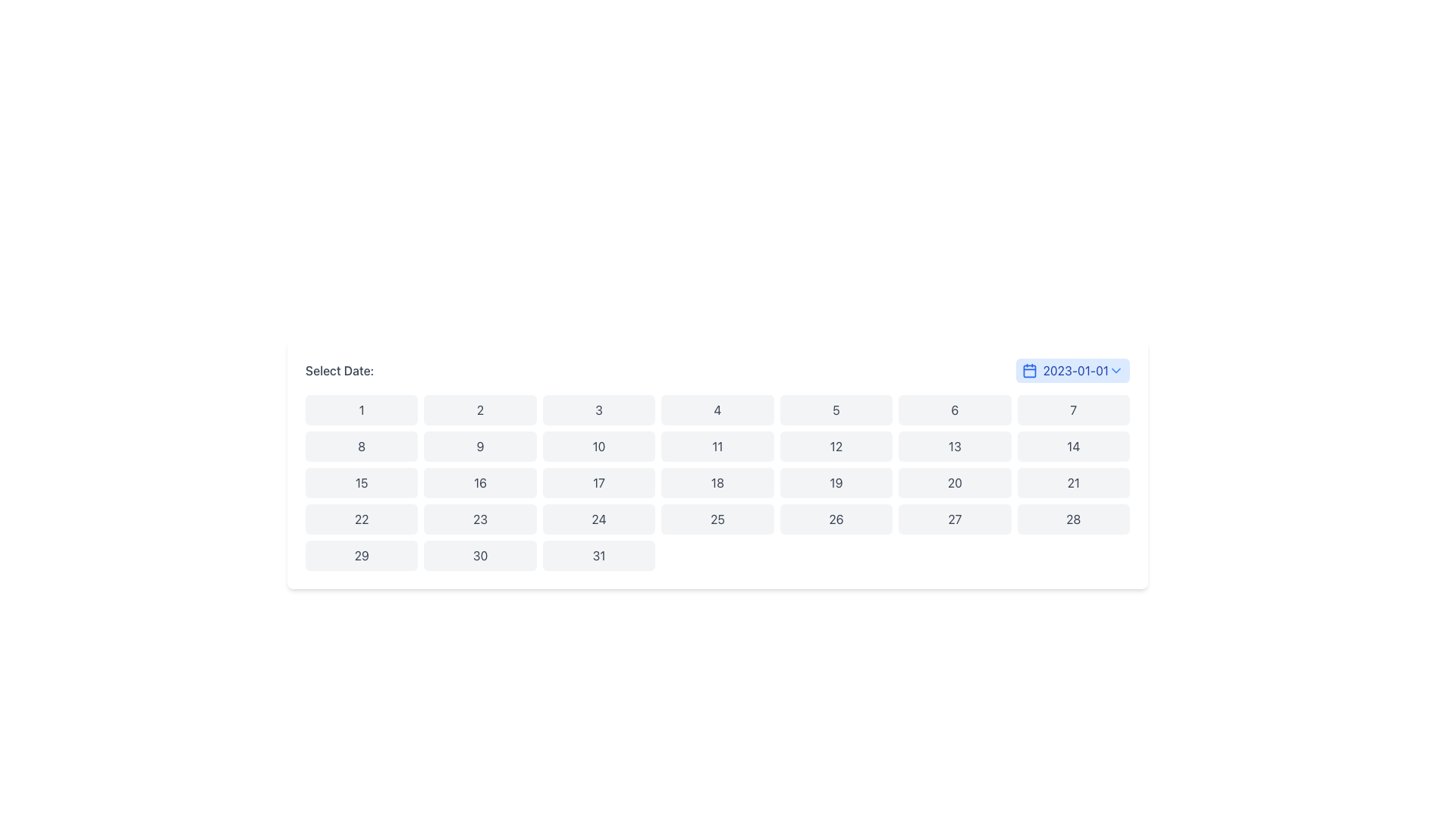 The image size is (1456, 819). What do you see at coordinates (717, 409) in the screenshot?
I see `the button labeled '4' in the grid layout` at bounding box center [717, 409].